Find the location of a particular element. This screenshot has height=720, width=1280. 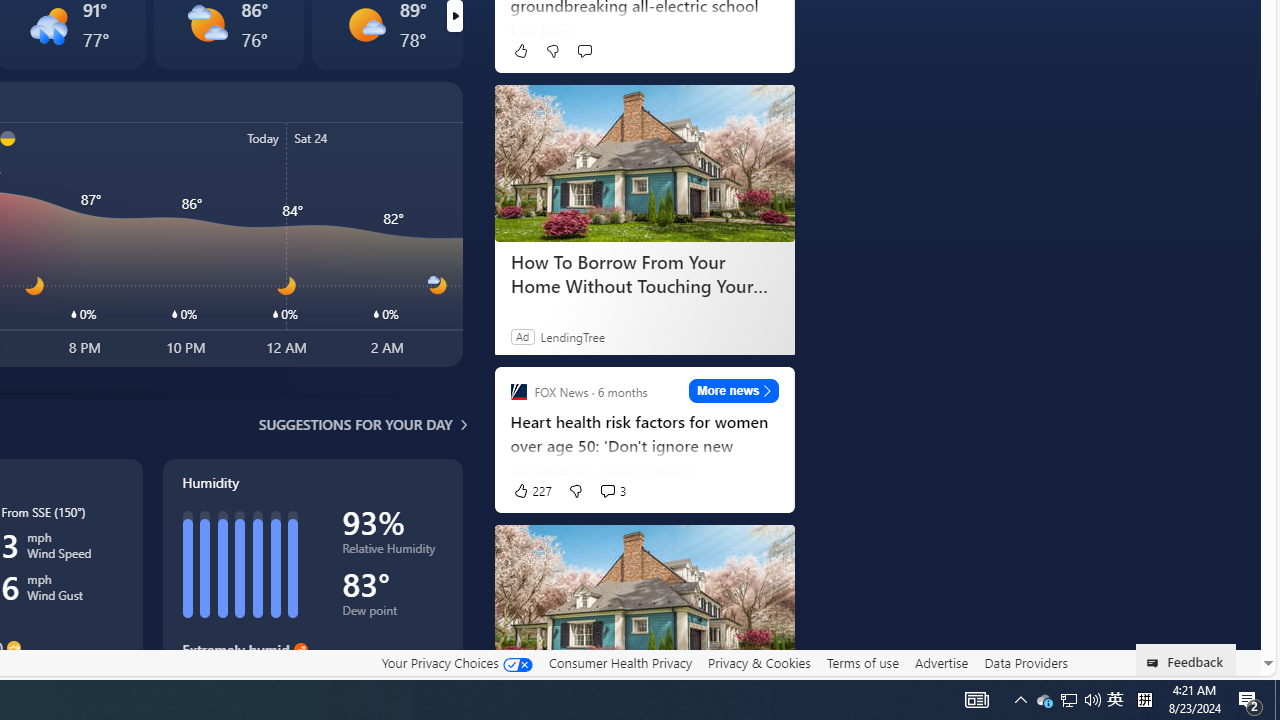

'More news' is located at coordinates (733, 390).